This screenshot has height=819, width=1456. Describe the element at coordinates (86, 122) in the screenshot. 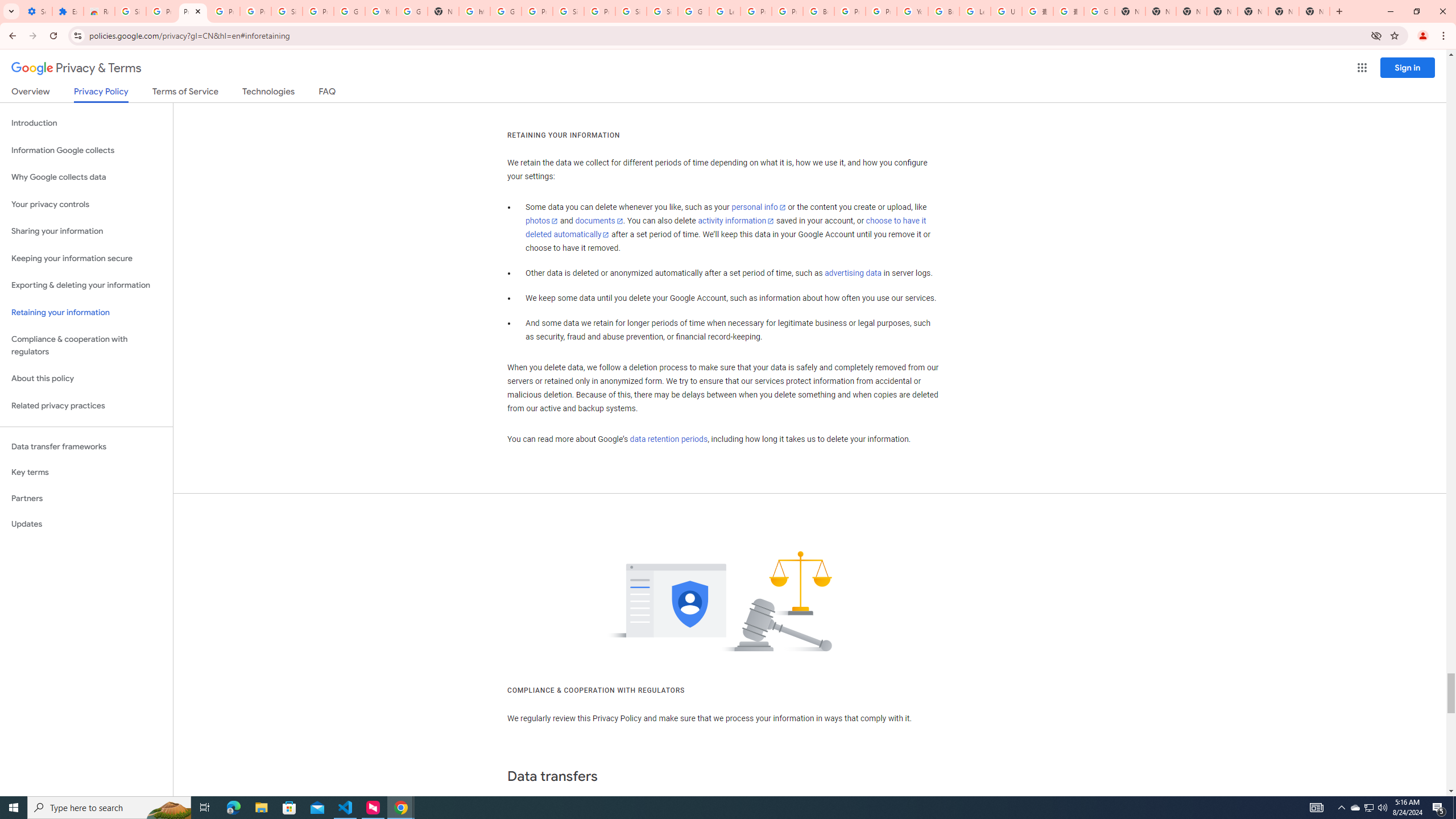

I see `'Introduction'` at that location.